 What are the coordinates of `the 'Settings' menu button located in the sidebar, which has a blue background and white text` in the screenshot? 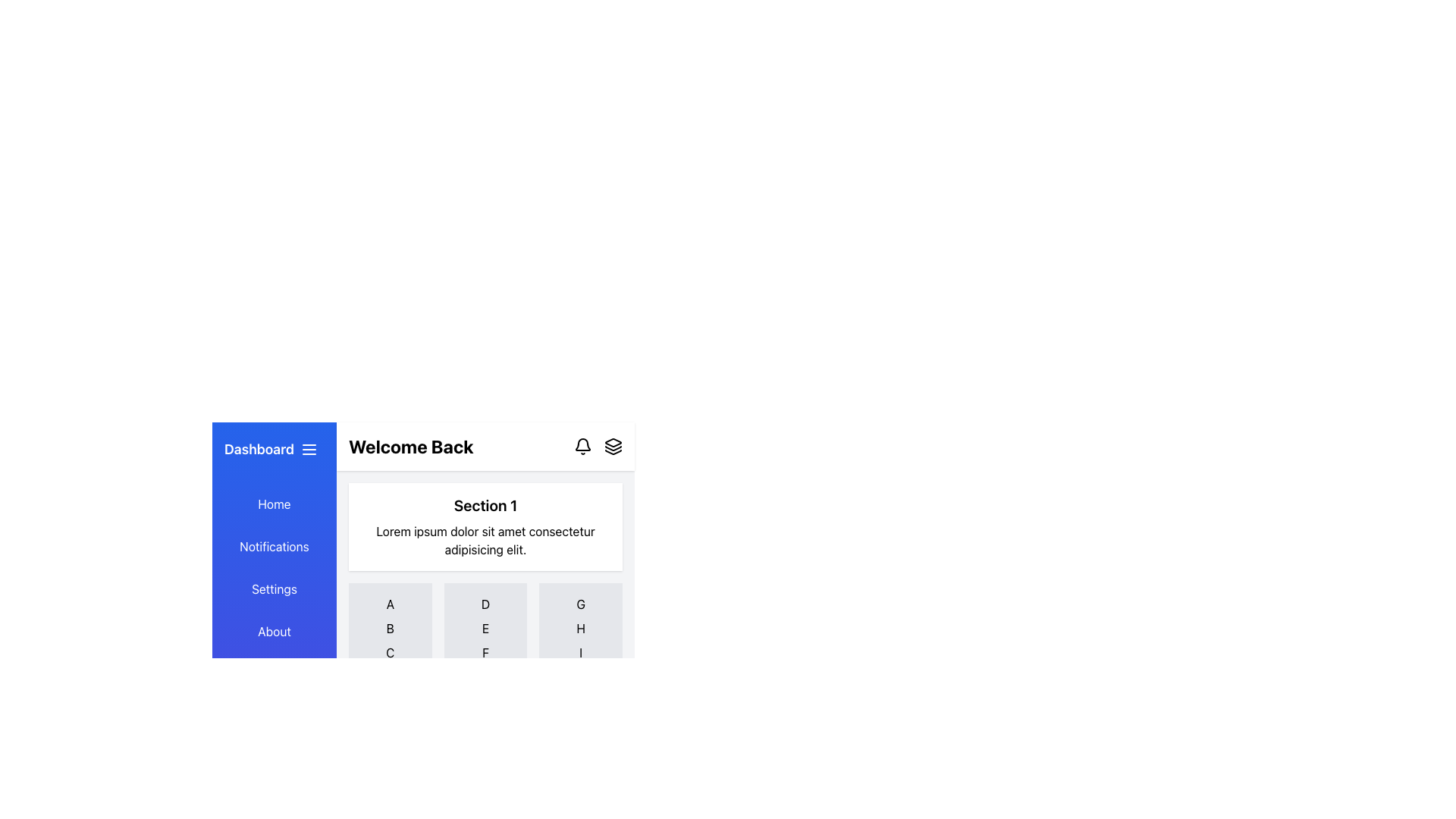 It's located at (274, 588).